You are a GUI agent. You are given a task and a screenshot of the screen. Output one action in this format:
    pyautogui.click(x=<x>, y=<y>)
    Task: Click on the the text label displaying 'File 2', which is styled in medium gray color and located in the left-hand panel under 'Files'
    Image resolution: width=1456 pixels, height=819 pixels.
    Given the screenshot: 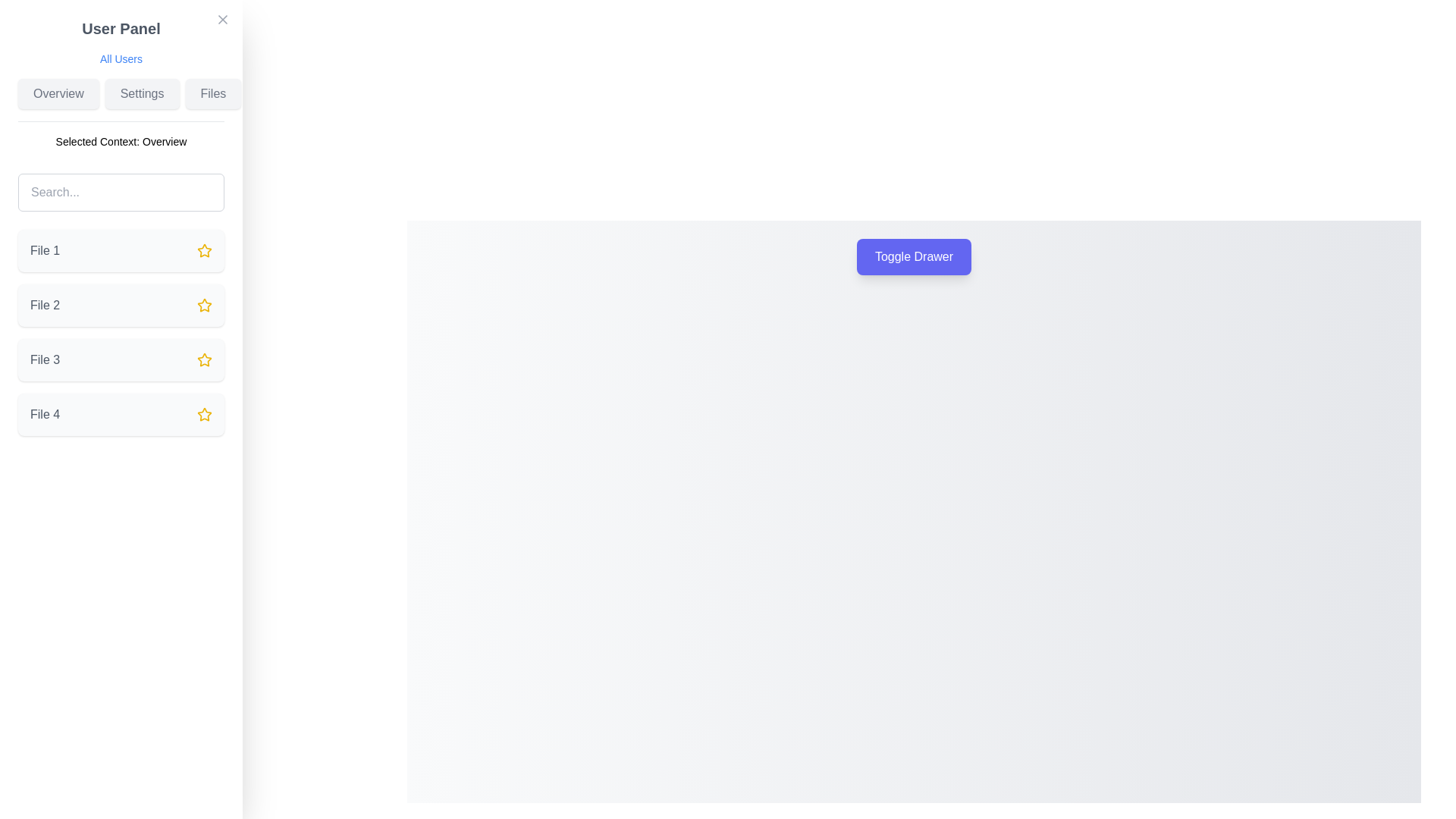 What is the action you would take?
    pyautogui.click(x=45, y=305)
    